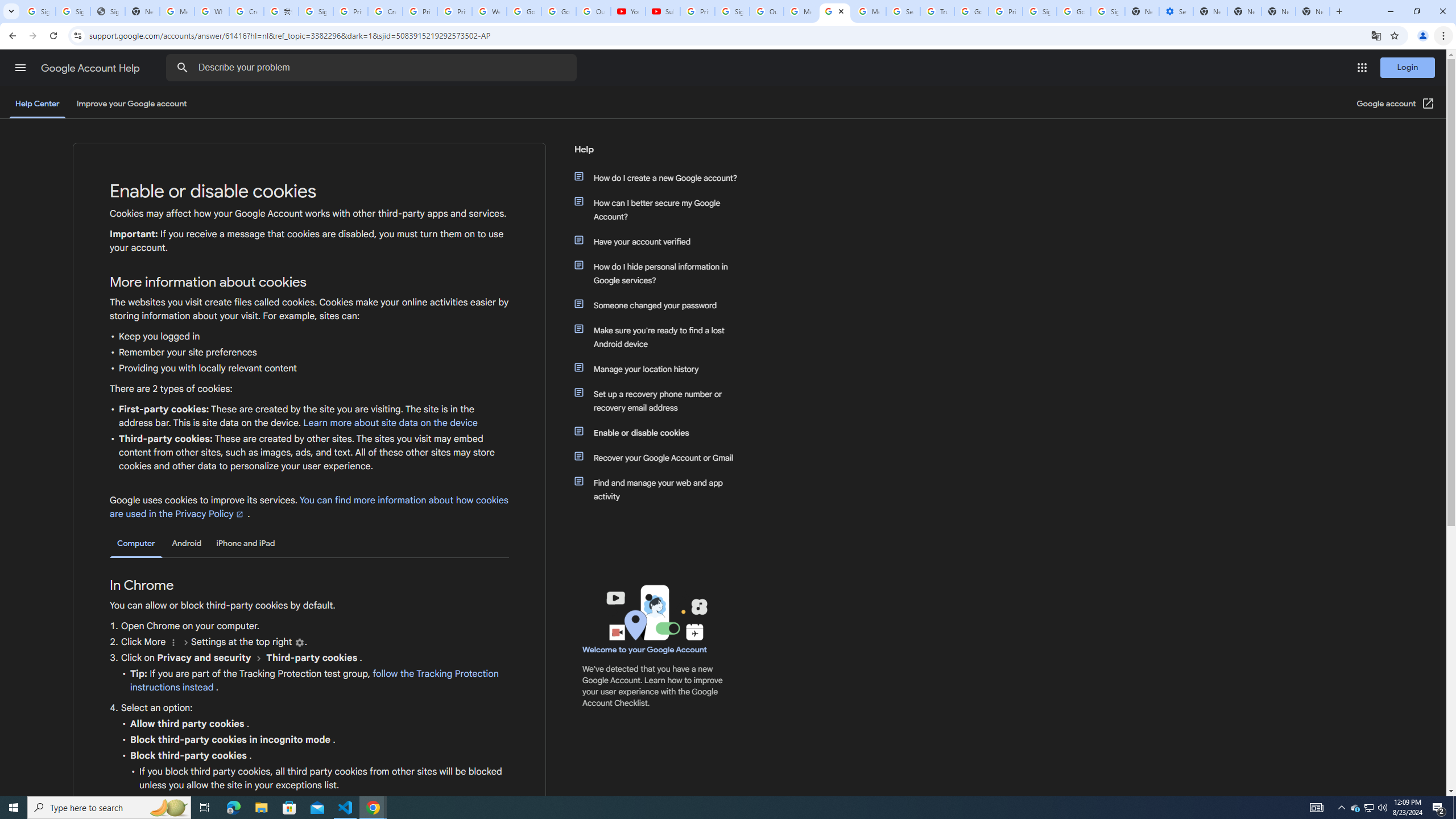 The width and height of the screenshot is (1456, 819). What do you see at coordinates (131, 103) in the screenshot?
I see `'Improve your Google account'` at bounding box center [131, 103].